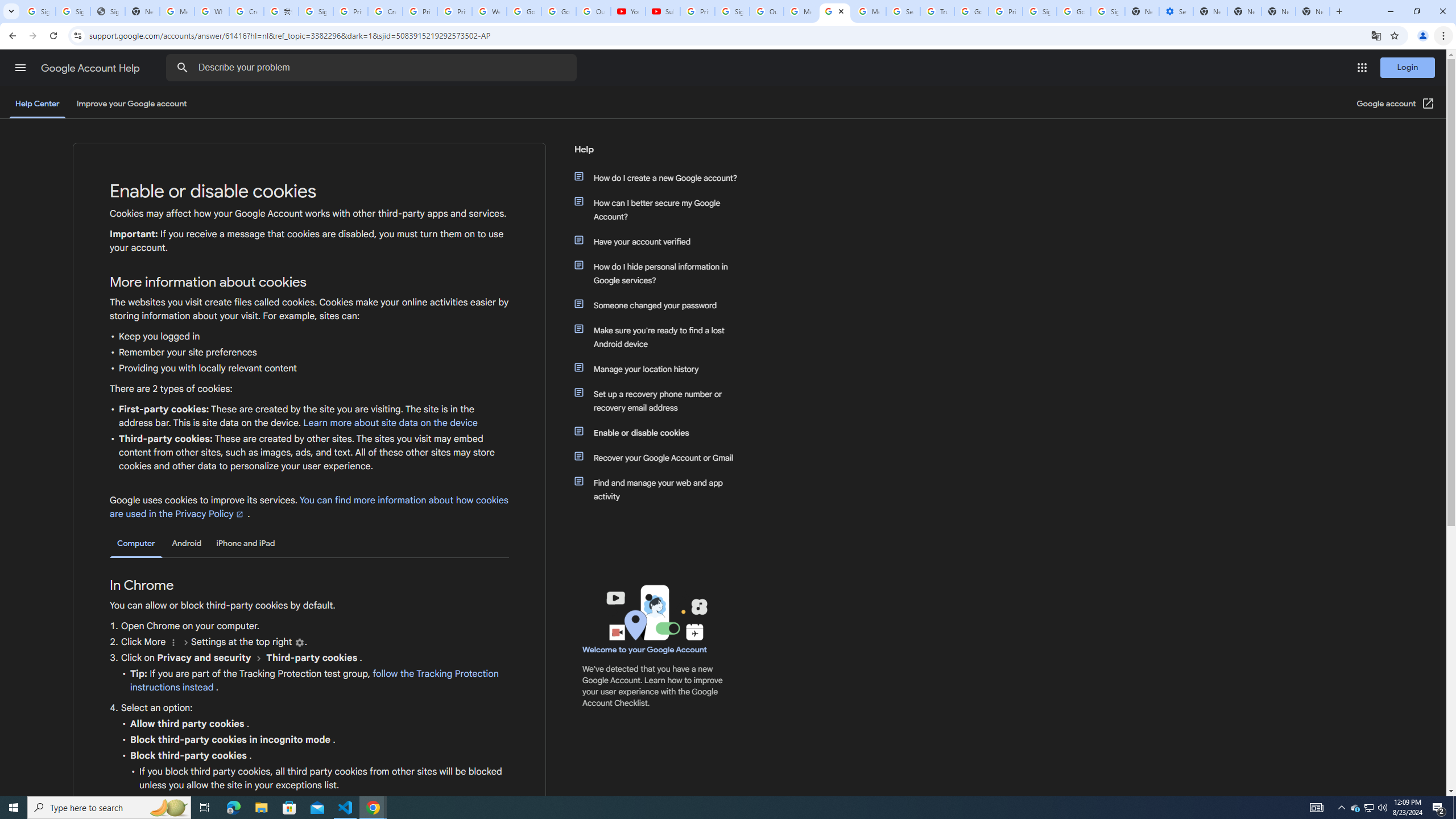 The width and height of the screenshot is (1456, 819). What do you see at coordinates (131, 103) in the screenshot?
I see `'Improve your Google account'` at bounding box center [131, 103].